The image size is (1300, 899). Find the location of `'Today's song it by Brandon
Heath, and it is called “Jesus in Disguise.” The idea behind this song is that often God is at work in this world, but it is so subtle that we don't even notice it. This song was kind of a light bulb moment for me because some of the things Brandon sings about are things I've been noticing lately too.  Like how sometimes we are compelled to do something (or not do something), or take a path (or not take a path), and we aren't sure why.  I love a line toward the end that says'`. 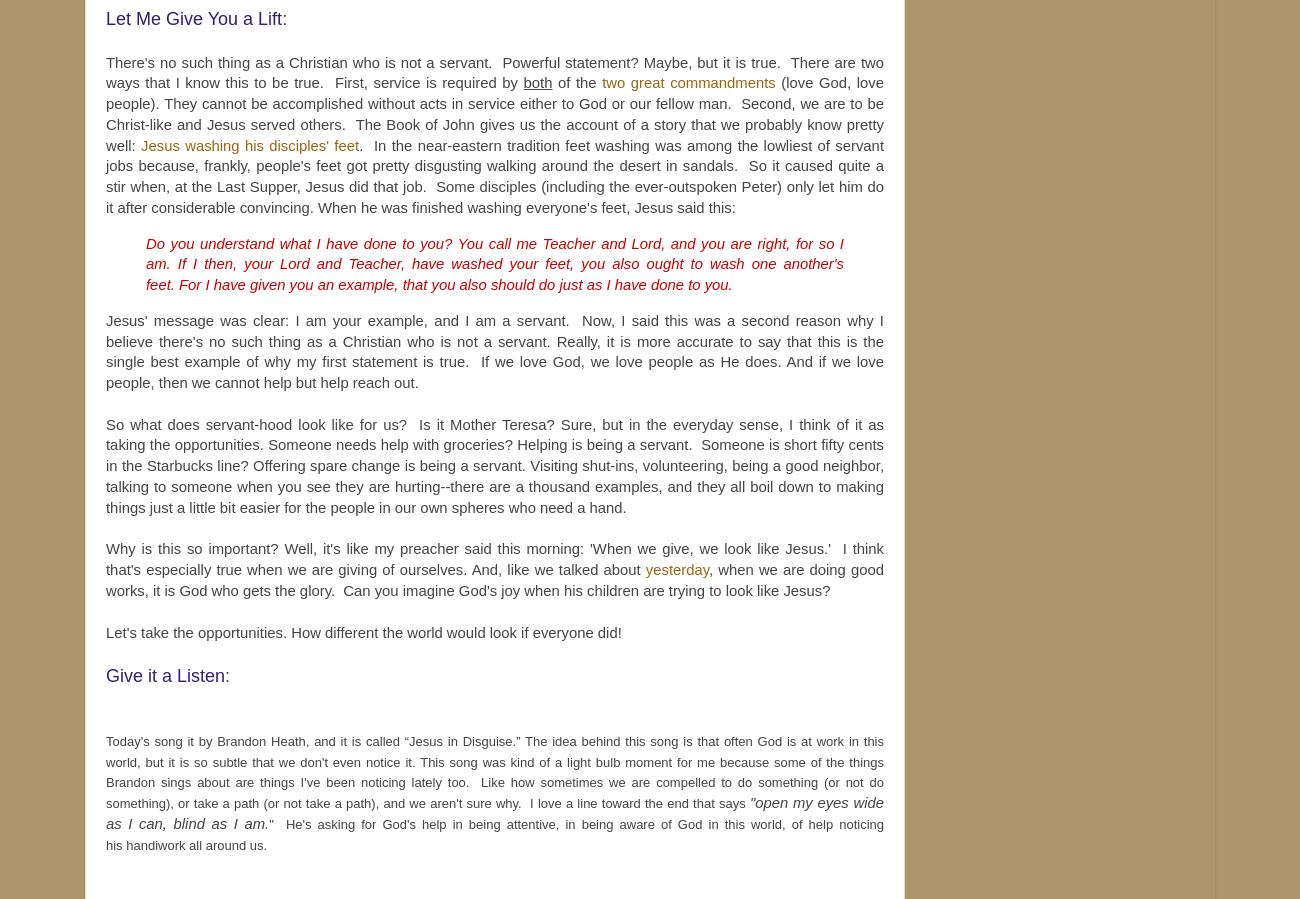

'Today's song it by Brandon
Heath, and it is called “Jesus in Disguise.” The idea behind this song is that often God is at work in this world, but it is so subtle that we don't even notice it. This song was kind of a light bulb moment for me because some of the things Brandon sings about are things I've been noticing lately too.  Like how sometimes we are compelled to do something (or not do something), or take a path (or not take a path), and we aren't sure why.  I love a line toward the end that says' is located at coordinates (495, 771).